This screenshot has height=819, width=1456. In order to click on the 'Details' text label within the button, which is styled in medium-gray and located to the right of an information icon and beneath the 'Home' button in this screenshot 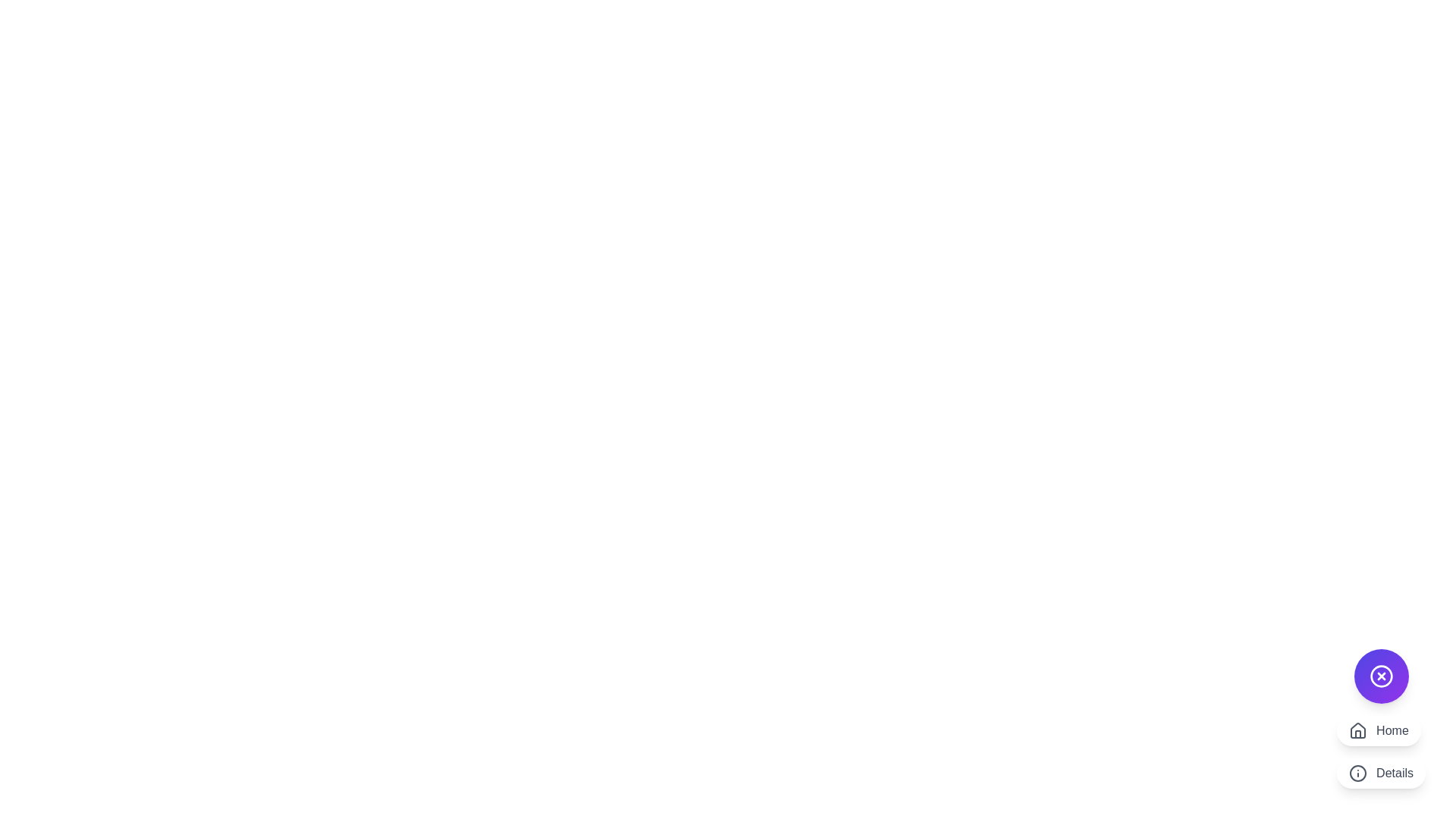, I will do `click(1395, 773)`.